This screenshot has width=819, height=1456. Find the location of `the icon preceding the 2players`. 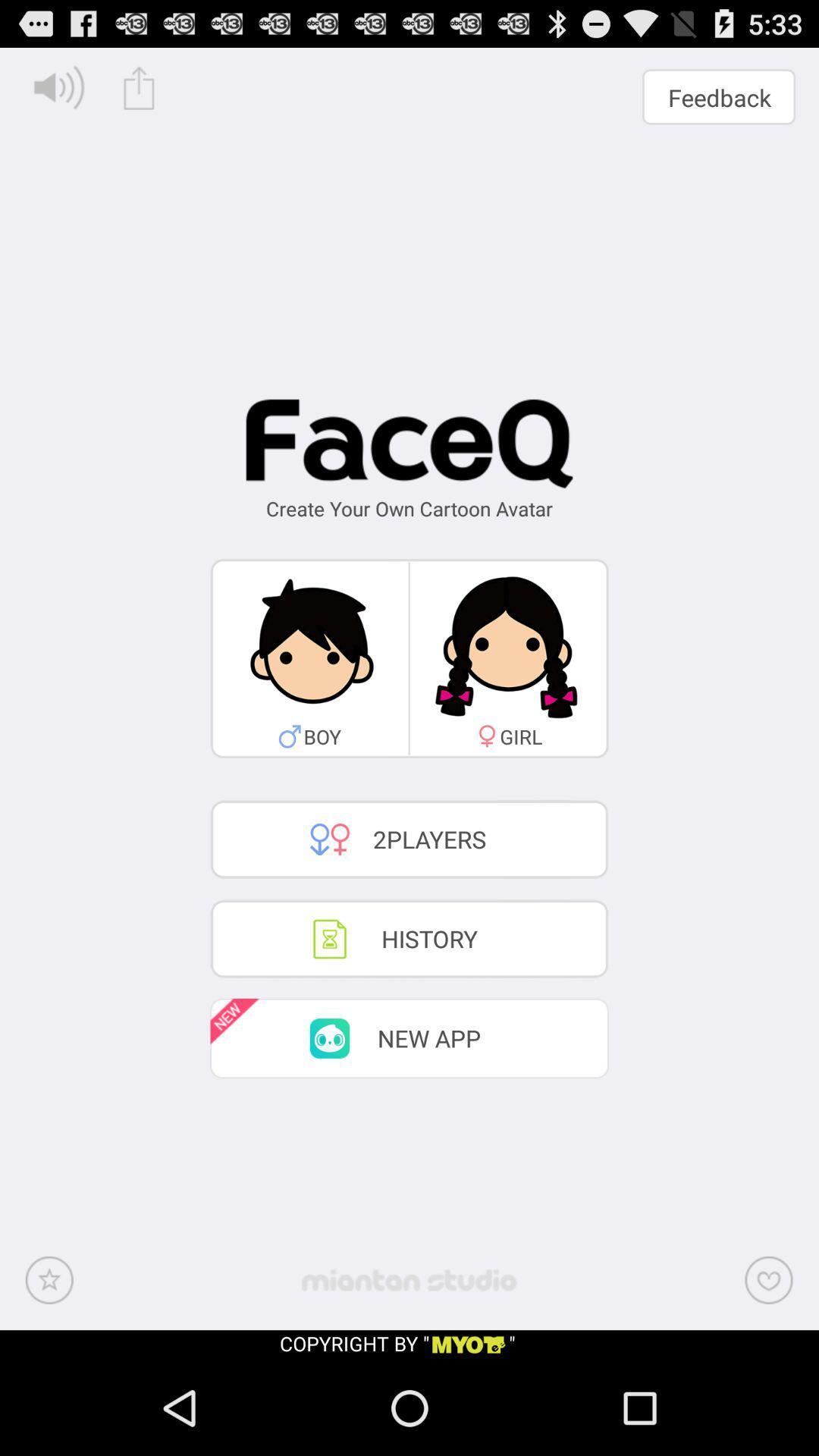

the icon preceding the 2players is located at coordinates (329, 839).